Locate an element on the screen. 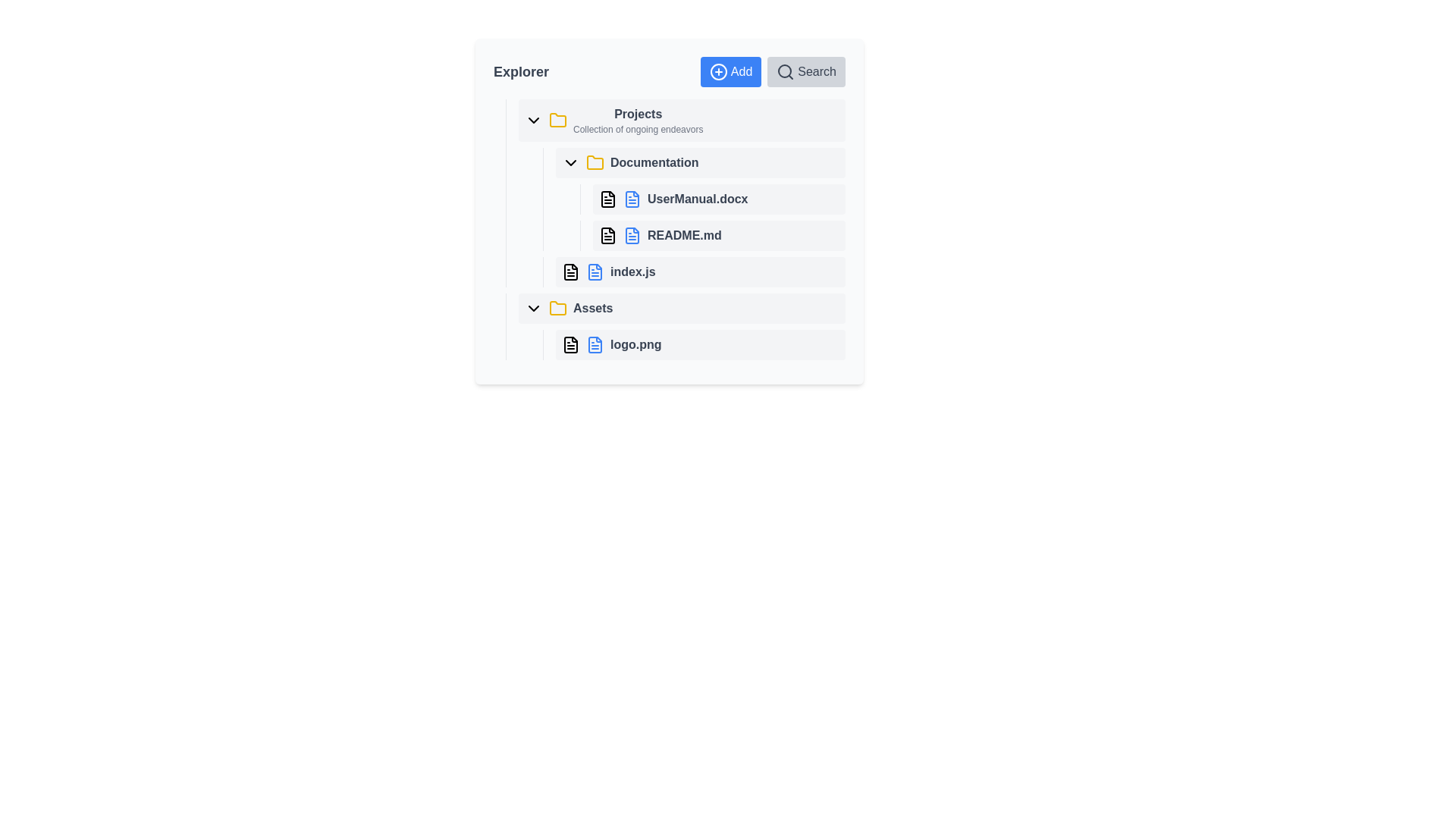  the small document icon with a black outline, located immediately to the left of the 'README.md' label in the file explorer is located at coordinates (607, 236).